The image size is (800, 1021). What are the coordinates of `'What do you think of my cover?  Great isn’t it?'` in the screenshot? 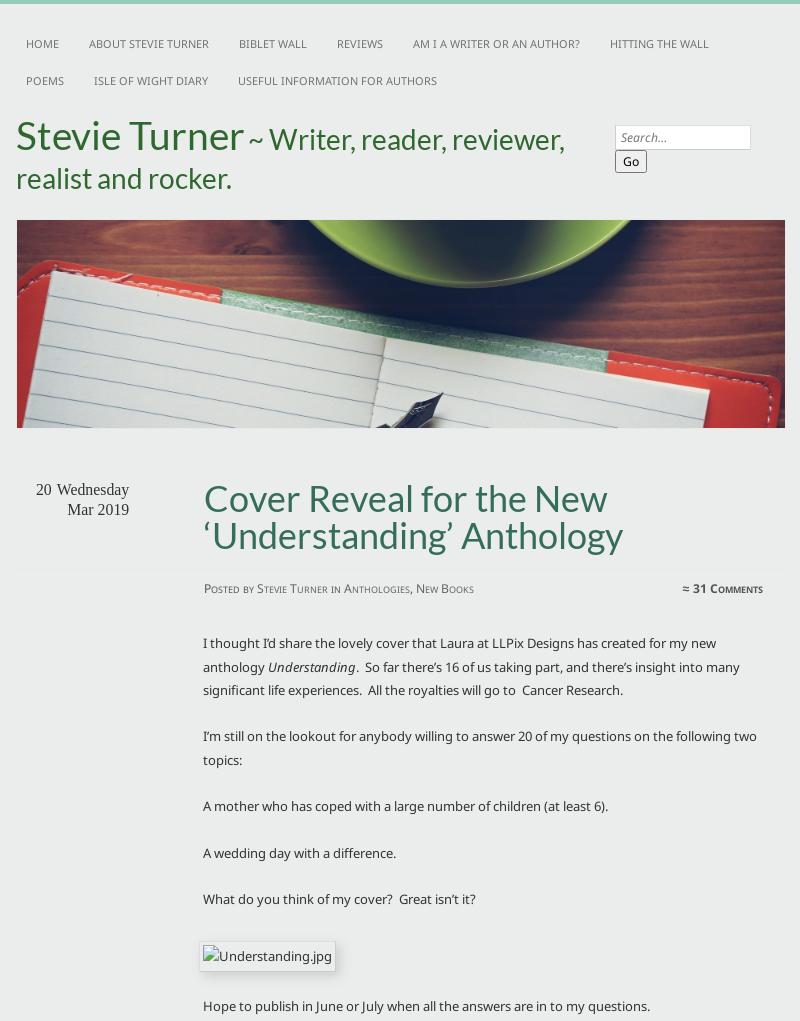 It's located at (339, 896).